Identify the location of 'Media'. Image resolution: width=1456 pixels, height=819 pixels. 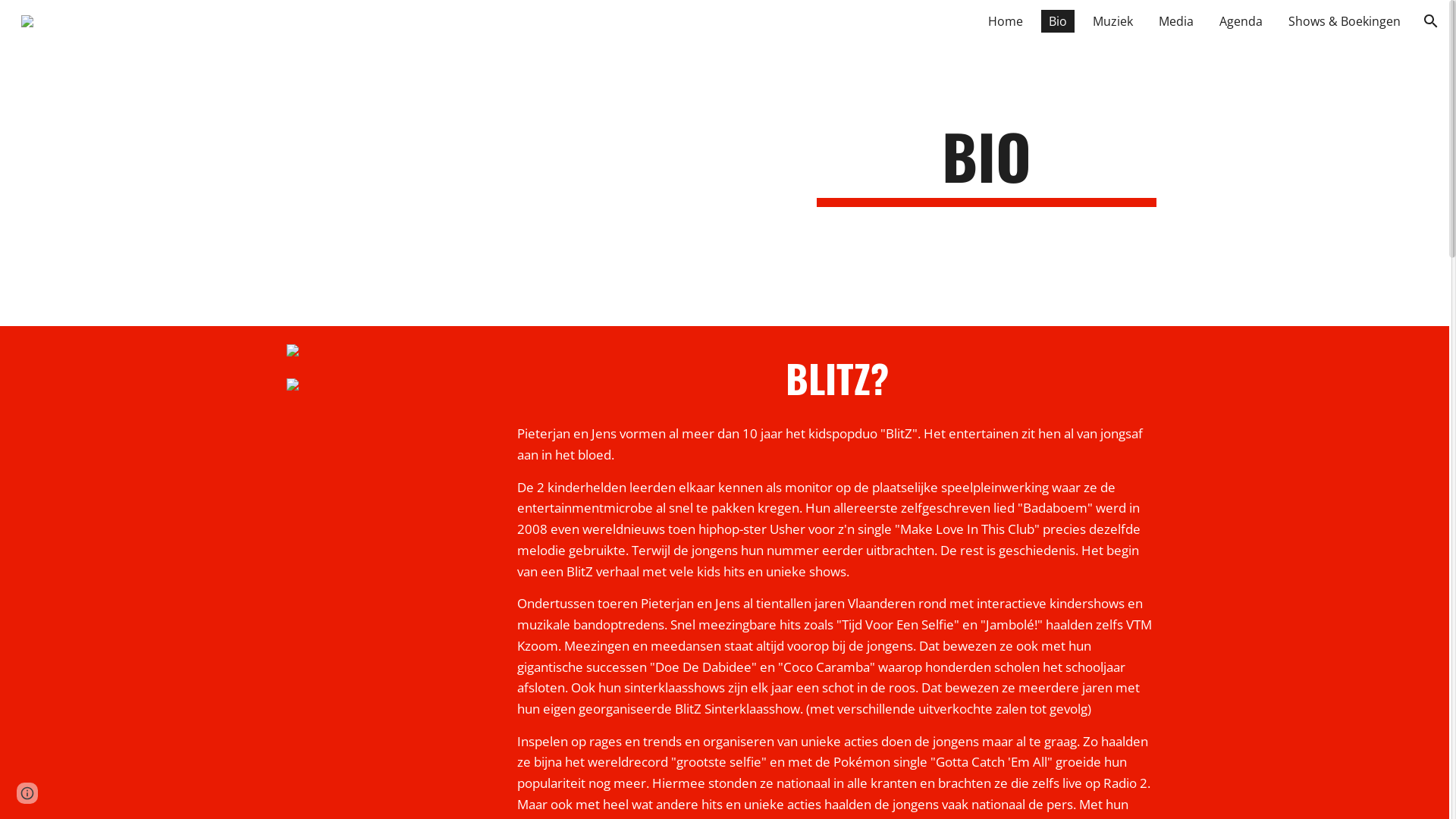
(1175, 20).